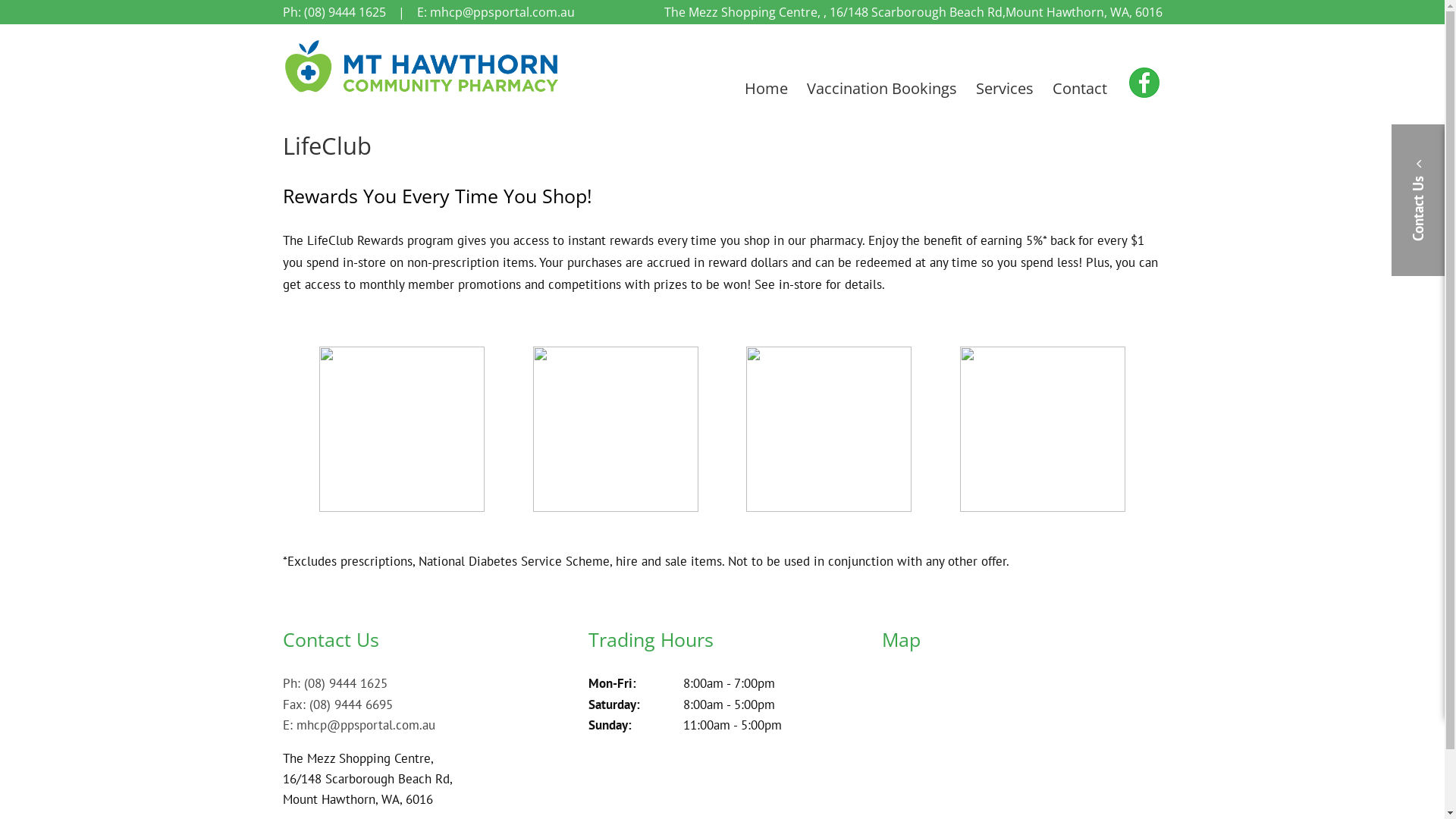 The image size is (1456, 819). I want to click on 'home', so click(422, 91).